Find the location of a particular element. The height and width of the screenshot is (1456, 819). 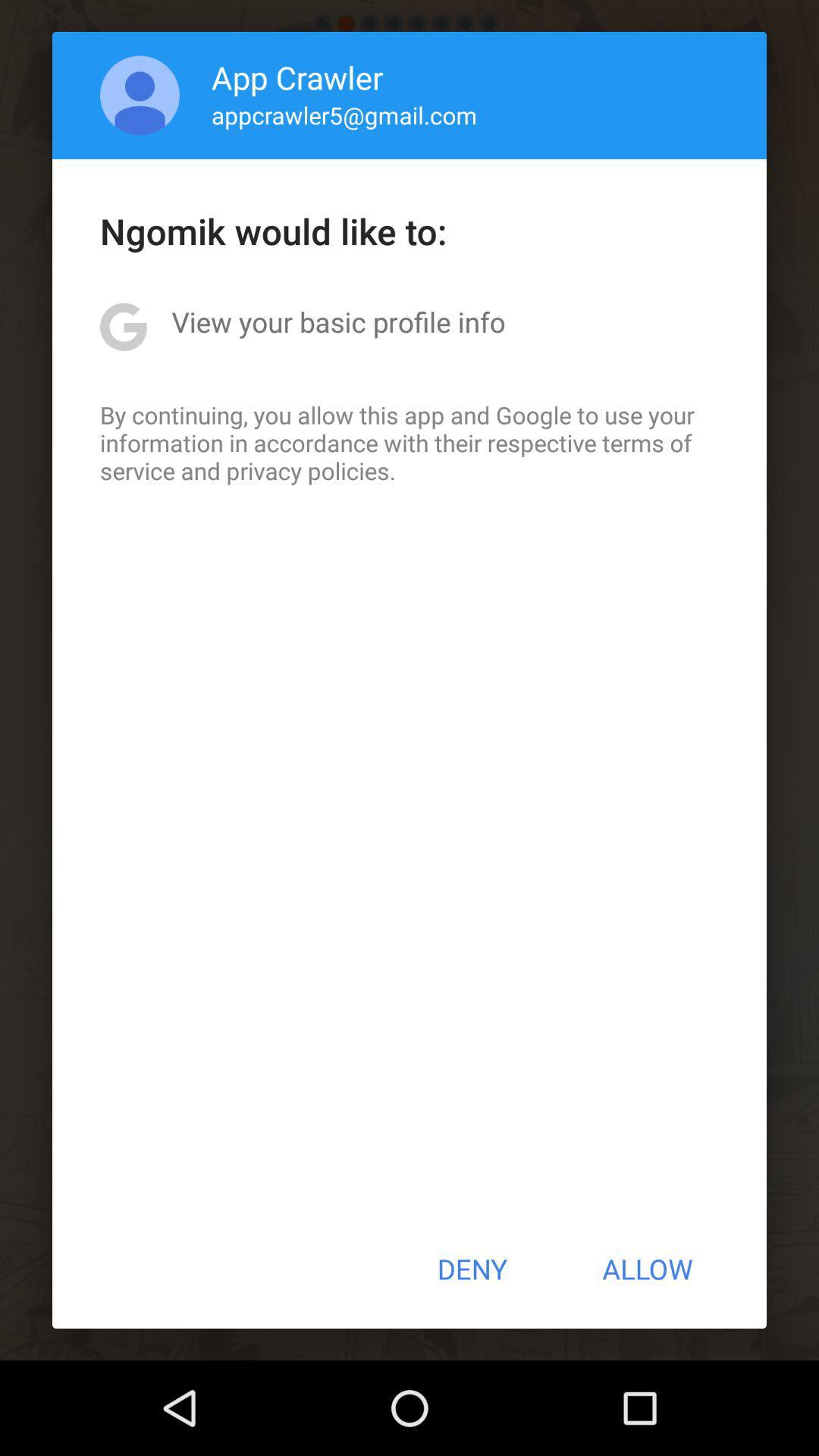

the icon next to allow is located at coordinates (471, 1269).